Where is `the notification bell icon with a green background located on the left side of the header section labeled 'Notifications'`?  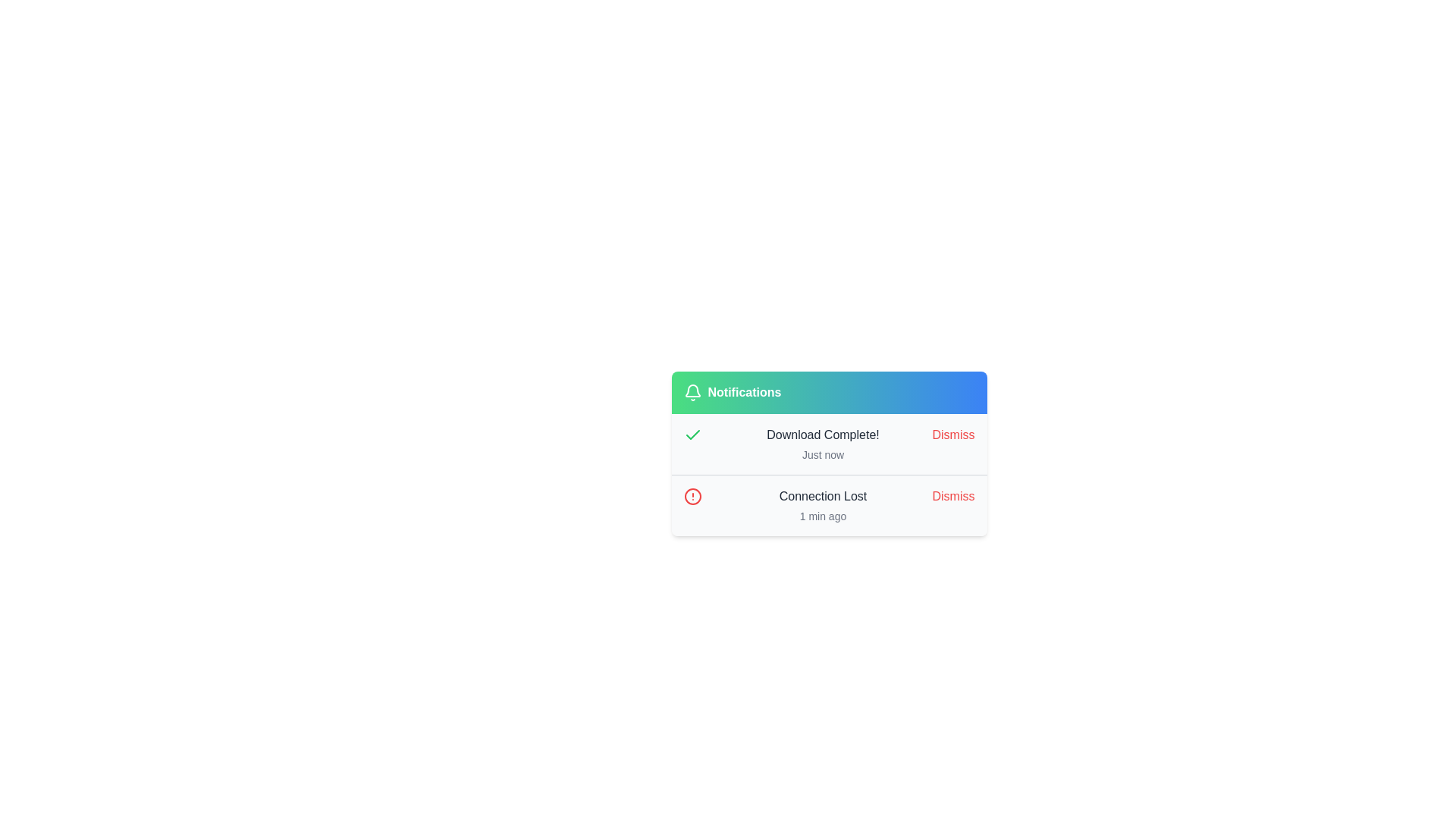
the notification bell icon with a green background located on the left side of the header section labeled 'Notifications' is located at coordinates (692, 391).